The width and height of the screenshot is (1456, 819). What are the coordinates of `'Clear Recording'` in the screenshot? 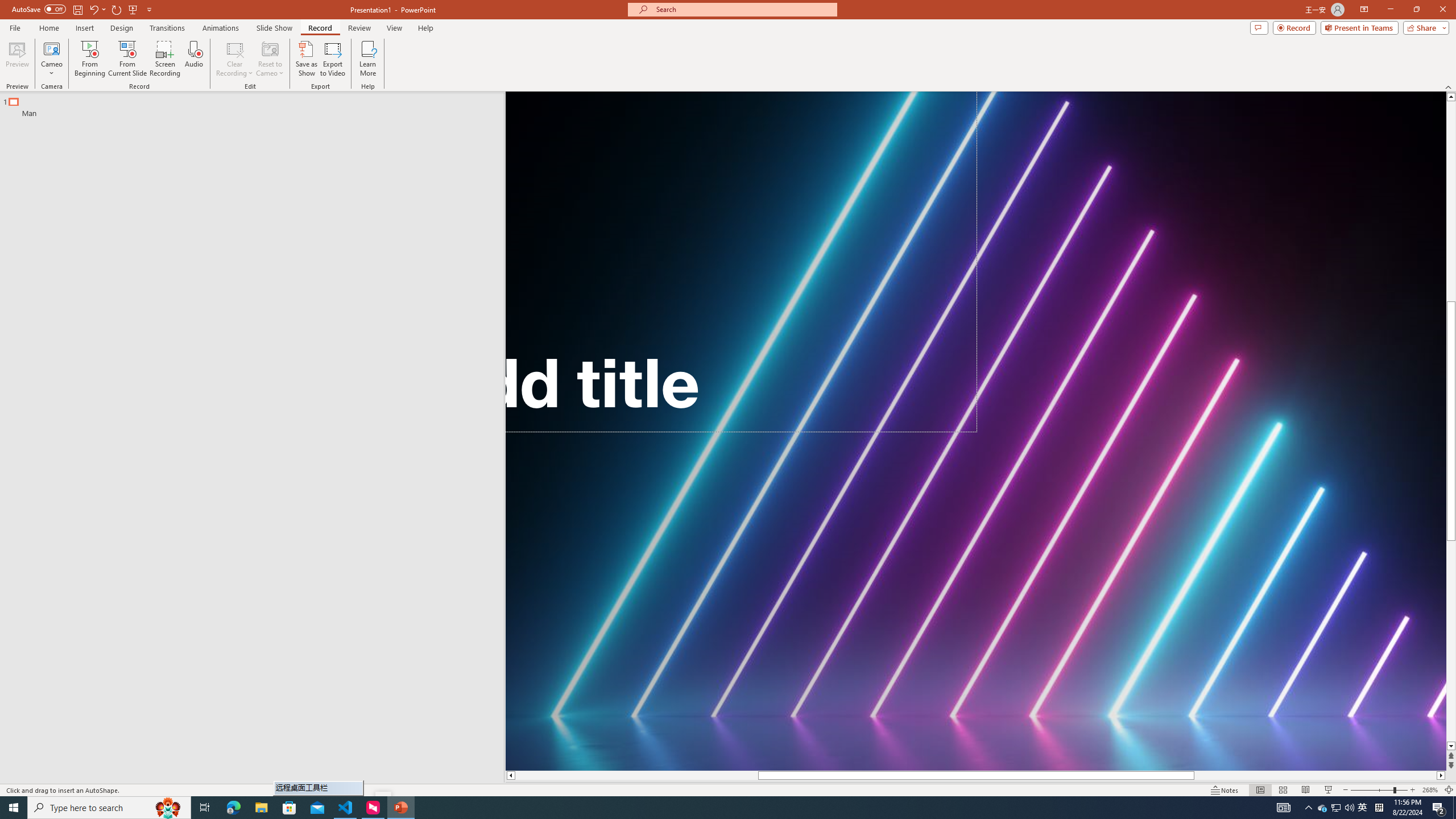 It's located at (234, 59).